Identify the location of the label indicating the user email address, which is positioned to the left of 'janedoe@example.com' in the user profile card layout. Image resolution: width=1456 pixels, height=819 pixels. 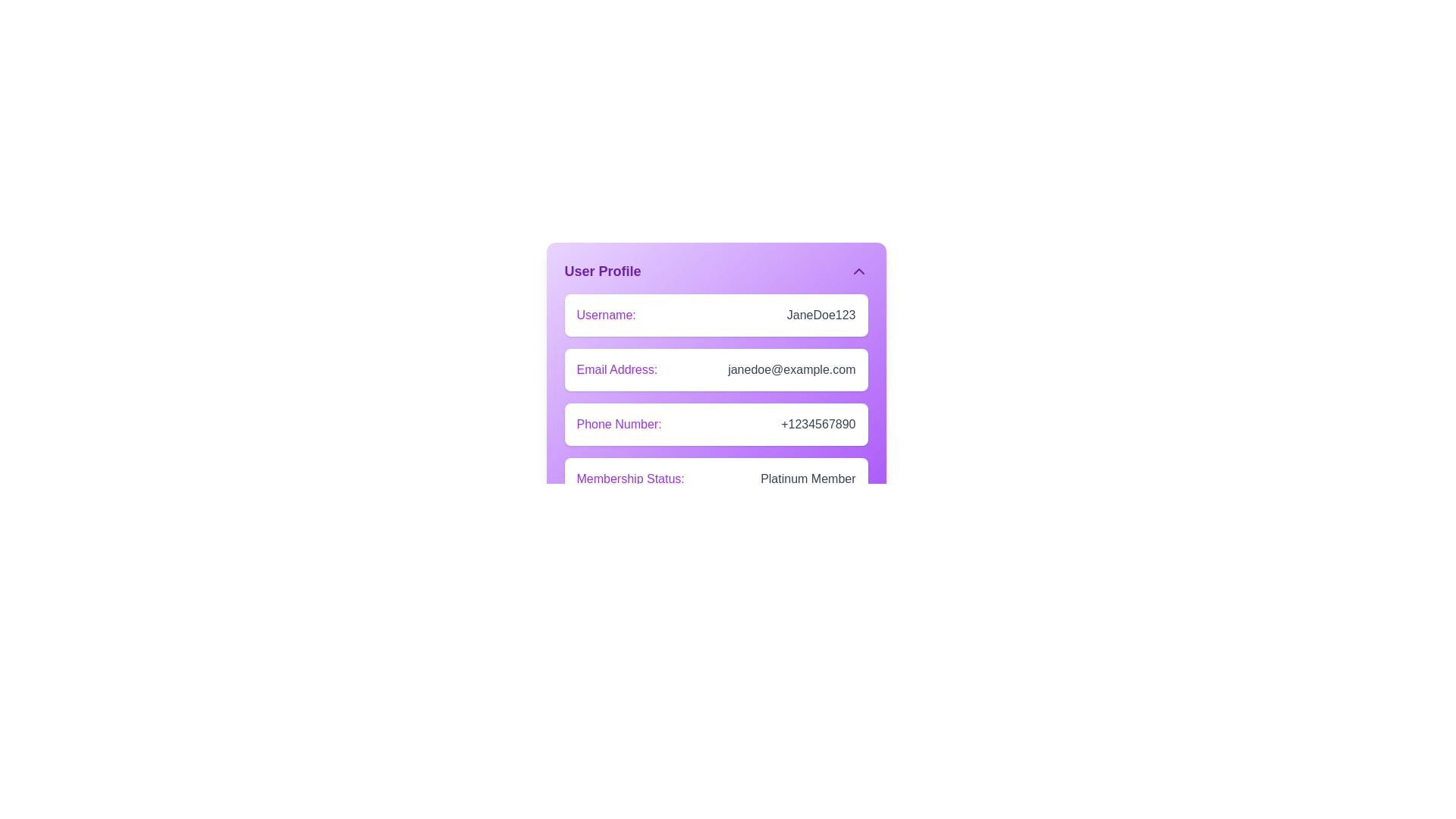
(617, 370).